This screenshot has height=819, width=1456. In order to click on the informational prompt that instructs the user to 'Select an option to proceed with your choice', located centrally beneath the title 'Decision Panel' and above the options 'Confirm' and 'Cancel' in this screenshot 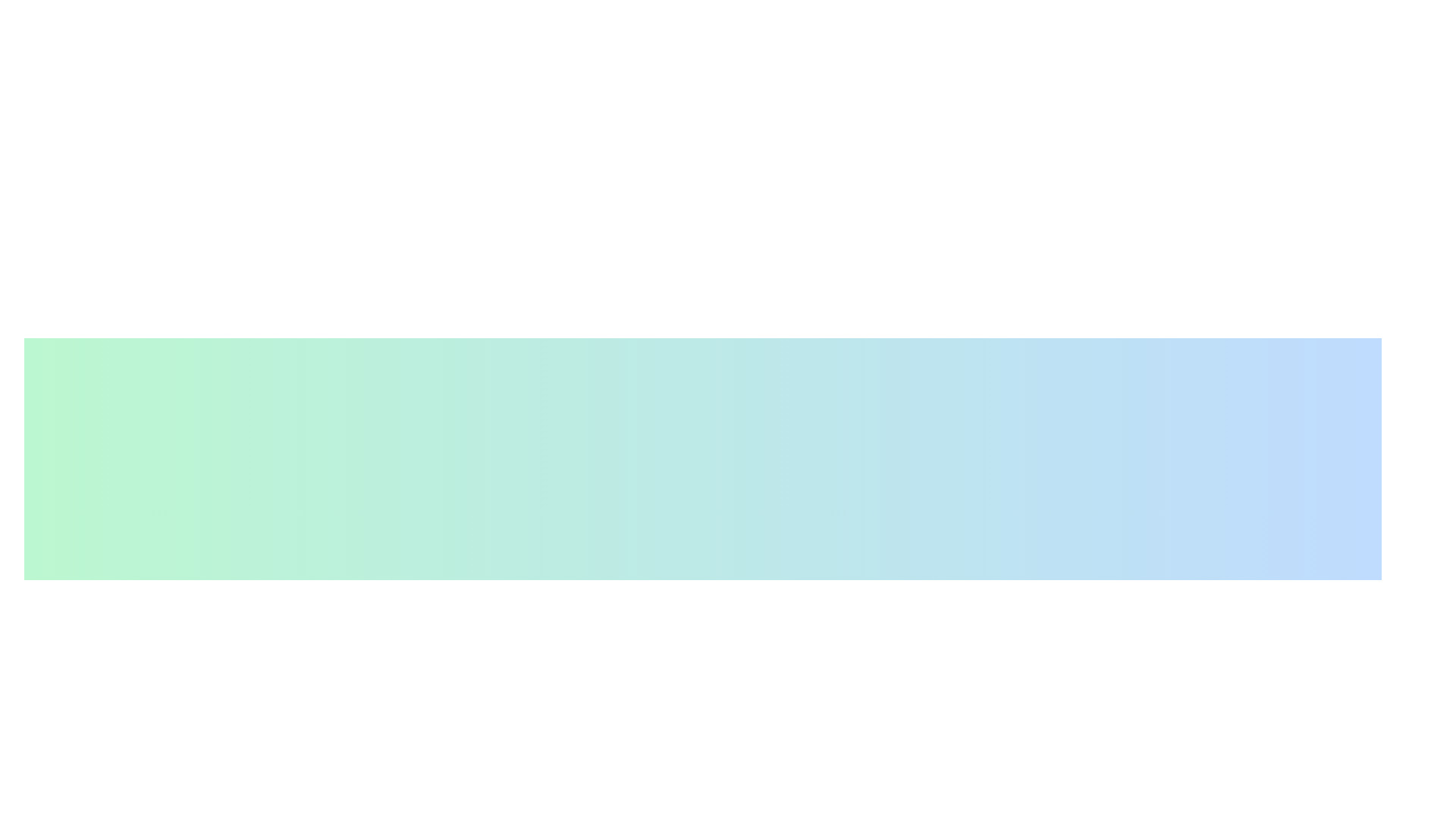, I will do `click(701, 761)`.